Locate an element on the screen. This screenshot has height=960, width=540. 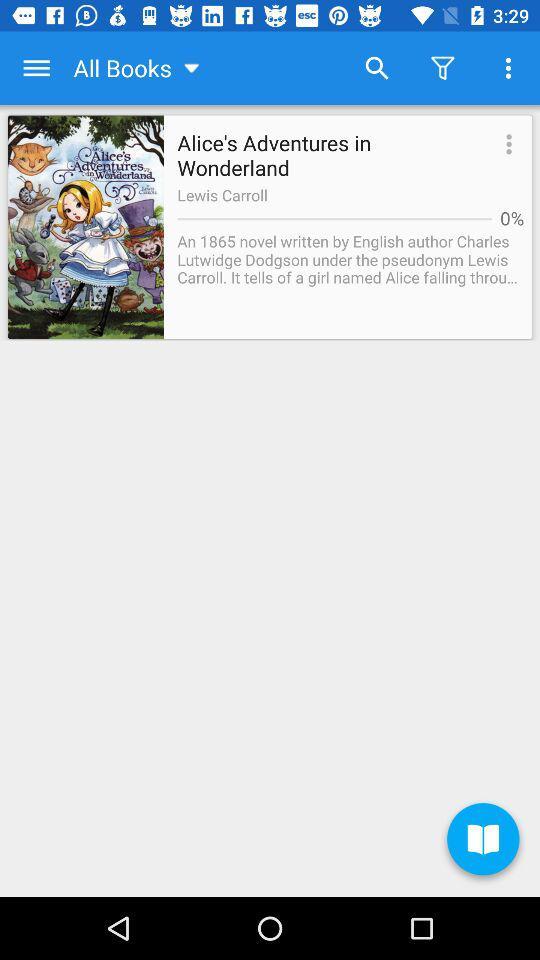
icon above lewis carroll item is located at coordinates (504, 145).